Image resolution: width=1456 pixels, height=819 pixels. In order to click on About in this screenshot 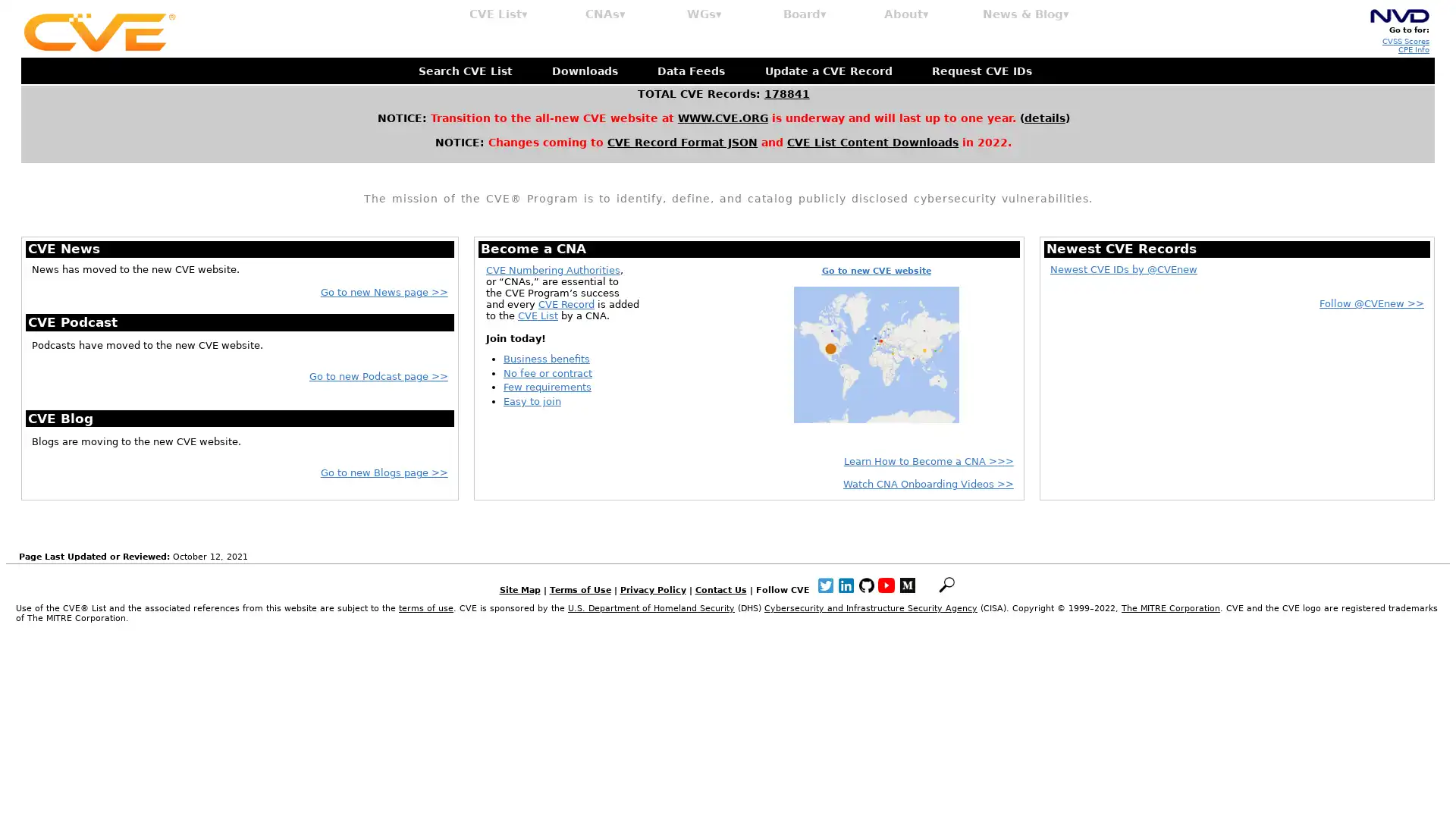, I will do `click(906, 14)`.